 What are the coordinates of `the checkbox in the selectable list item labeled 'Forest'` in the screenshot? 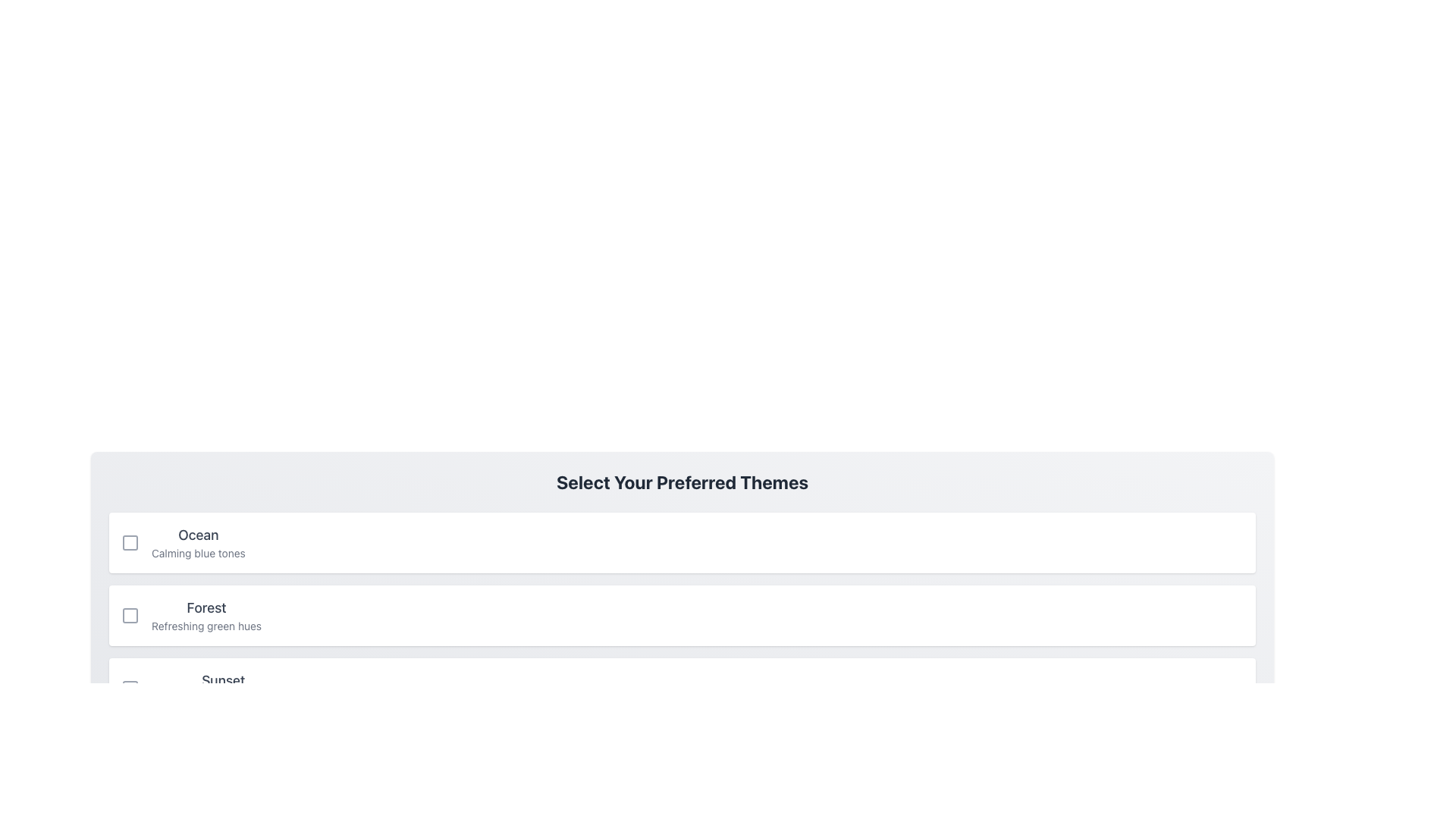 It's located at (682, 616).